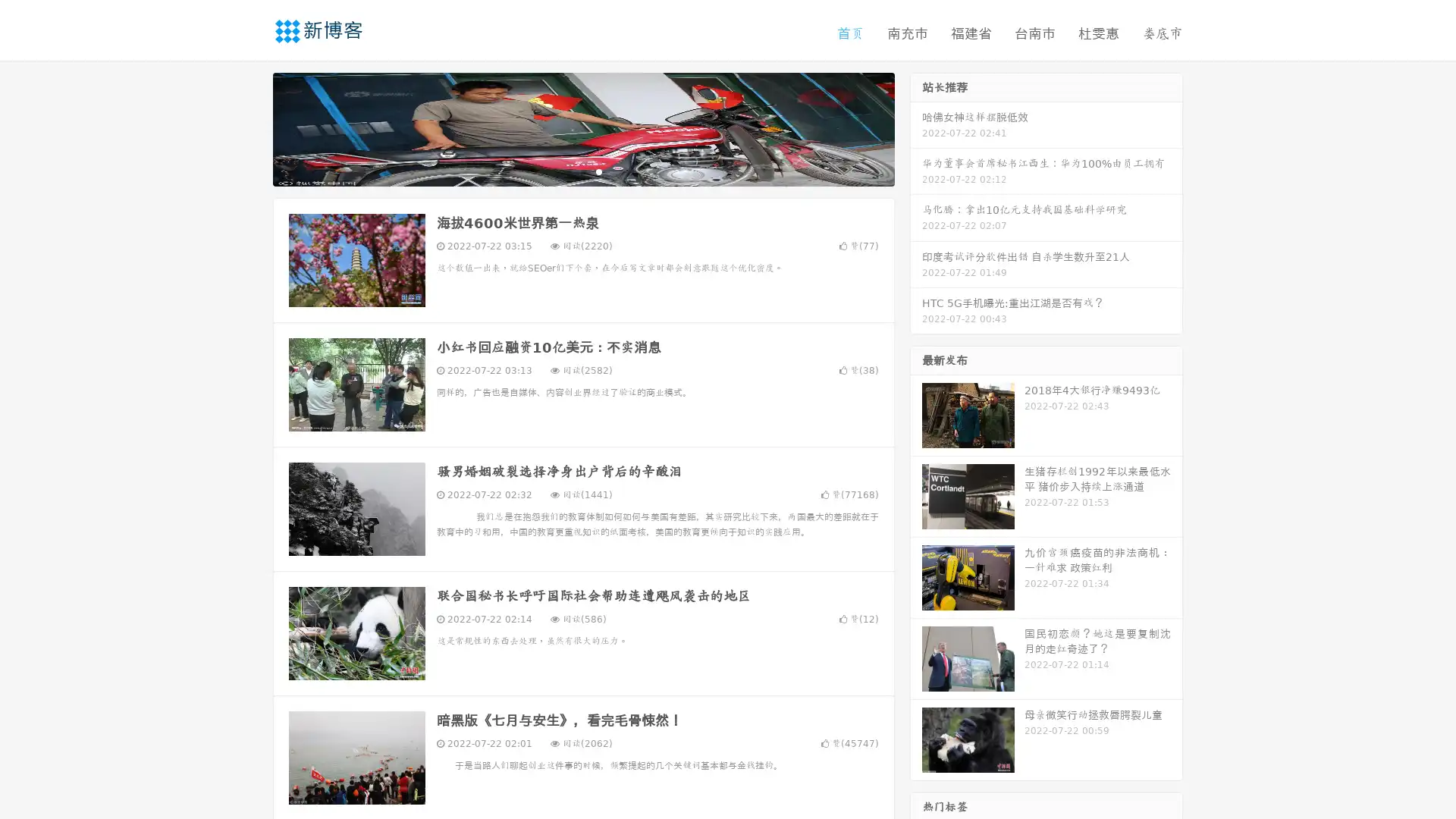 This screenshot has height=819, width=1456. What do you see at coordinates (567, 171) in the screenshot?
I see `Go to slide 1` at bounding box center [567, 171].